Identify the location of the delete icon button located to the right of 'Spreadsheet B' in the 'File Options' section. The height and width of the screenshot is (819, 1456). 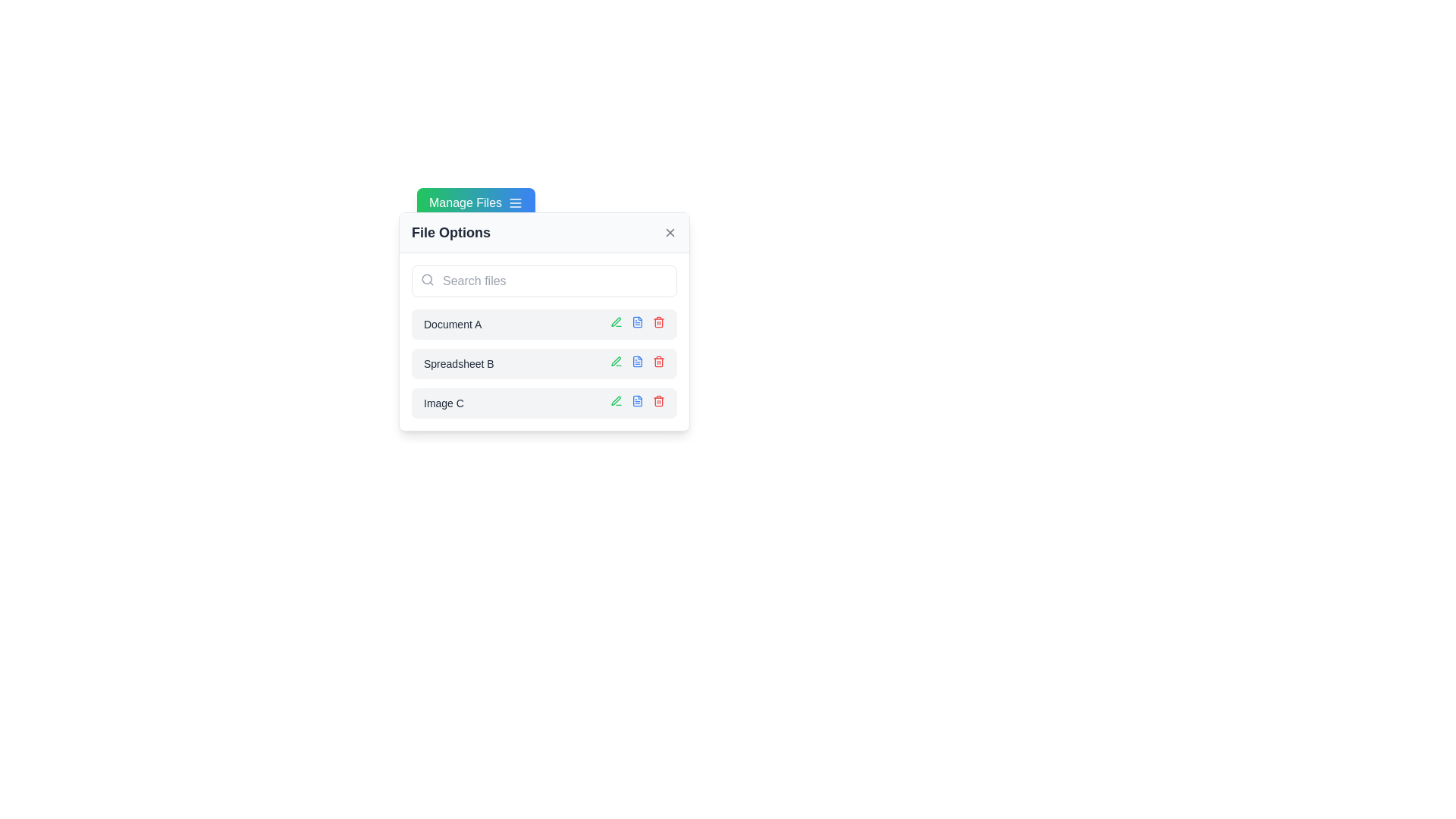
(658, 362).